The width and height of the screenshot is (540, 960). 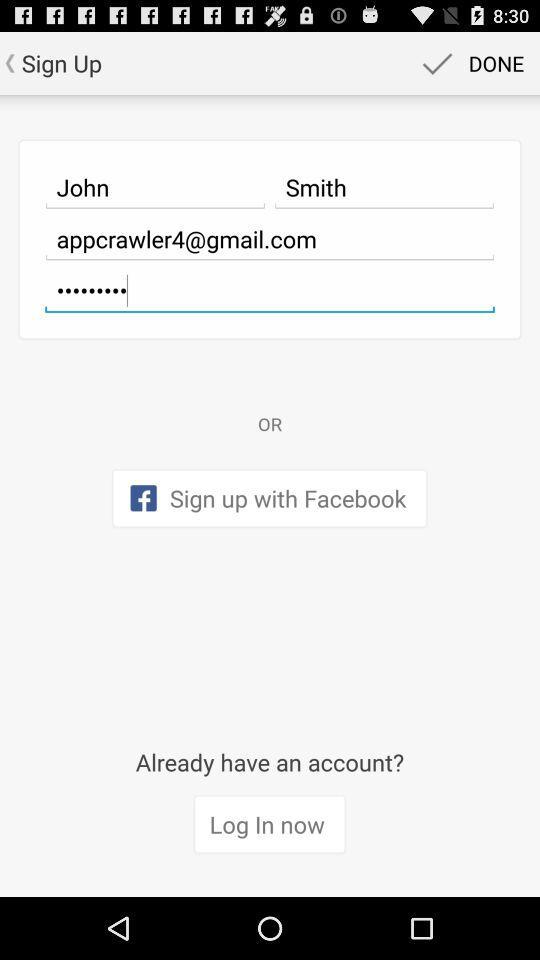 What do you see at coordinates (470, 62) in the screenshot?
I see `the done app` at bounding box center [470, 62].